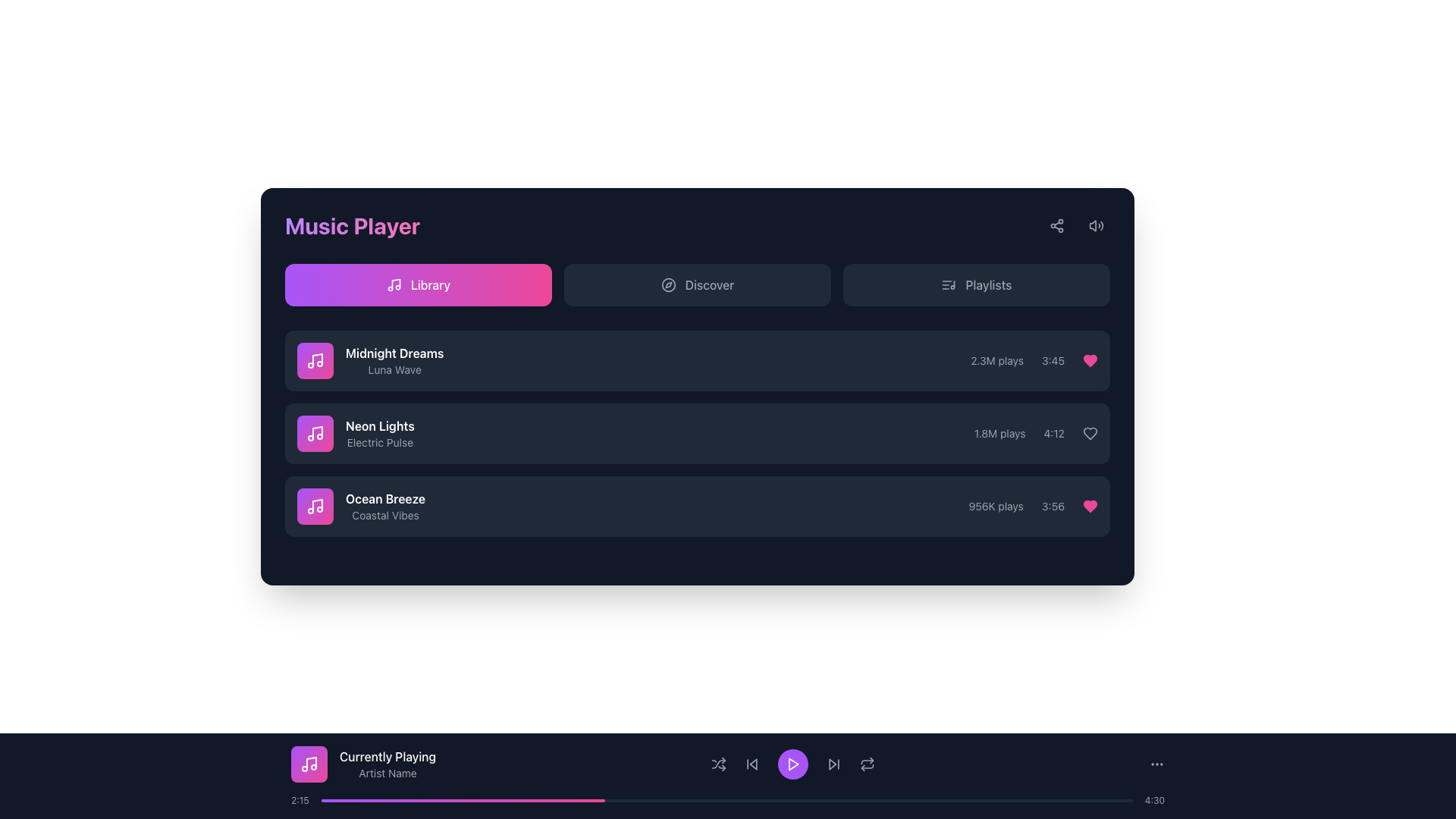  I want to click on the 'shuffle' button located in the bottom playback controls of the music player application, which is positioned immediately after the 'repeat' button and before the 'play' button, so click(717, 764).